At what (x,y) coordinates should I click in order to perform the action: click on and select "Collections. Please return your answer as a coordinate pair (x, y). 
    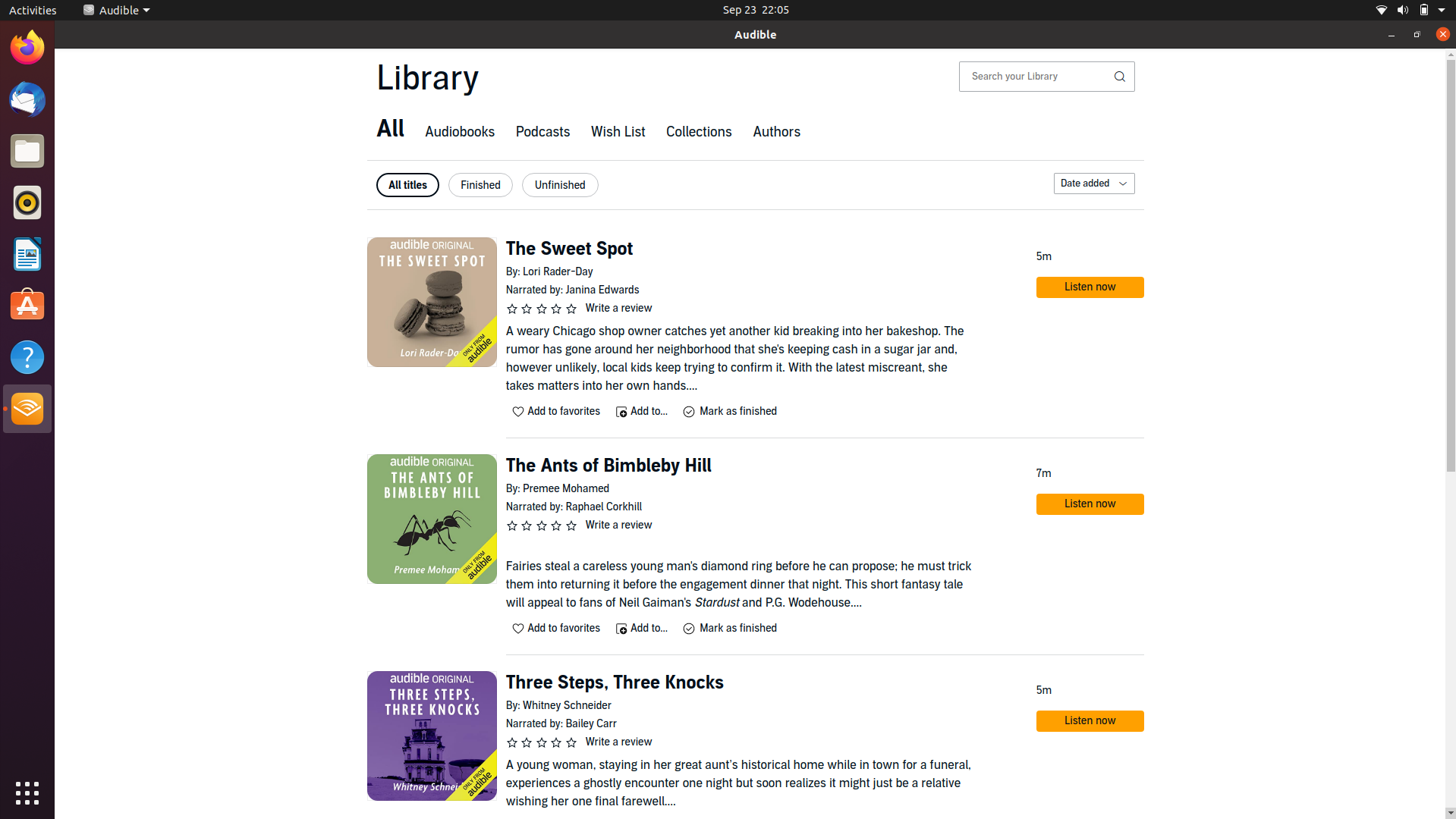
    Looking at the image, I should click on (697, 133).